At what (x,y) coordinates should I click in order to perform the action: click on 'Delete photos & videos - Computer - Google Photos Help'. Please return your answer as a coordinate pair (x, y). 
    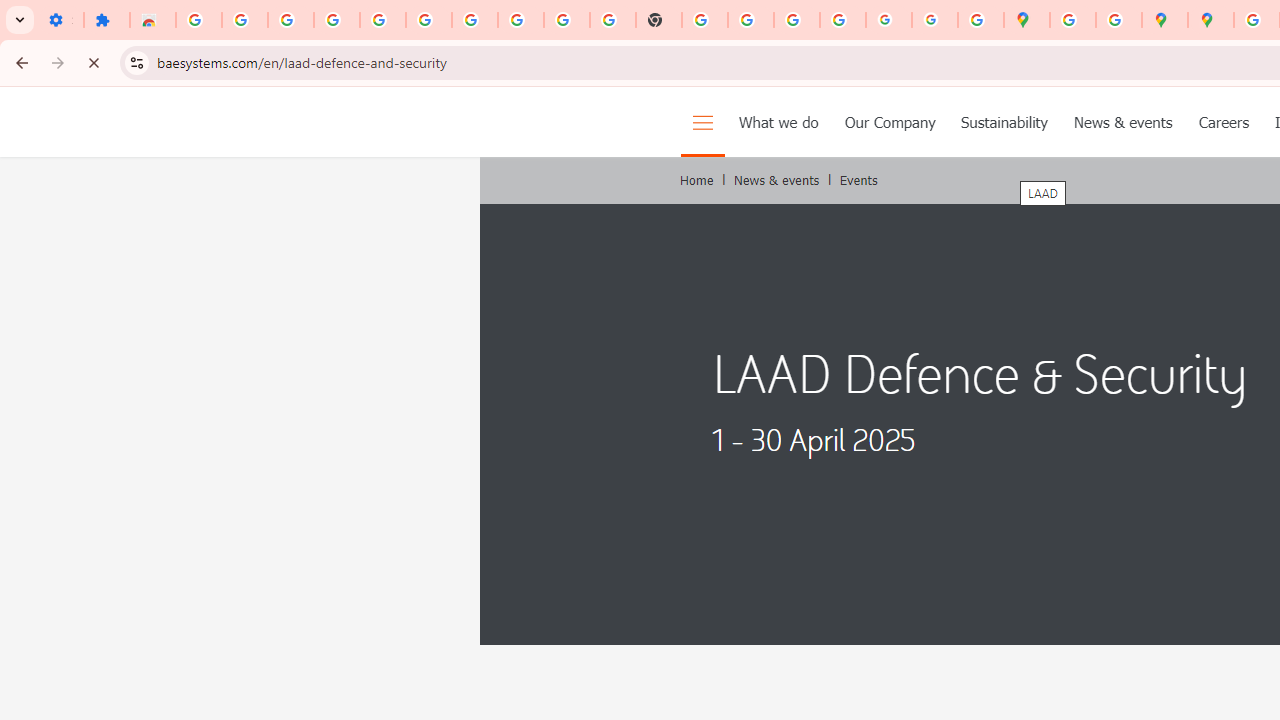
    Looking at the image, I should click on (289, 20).